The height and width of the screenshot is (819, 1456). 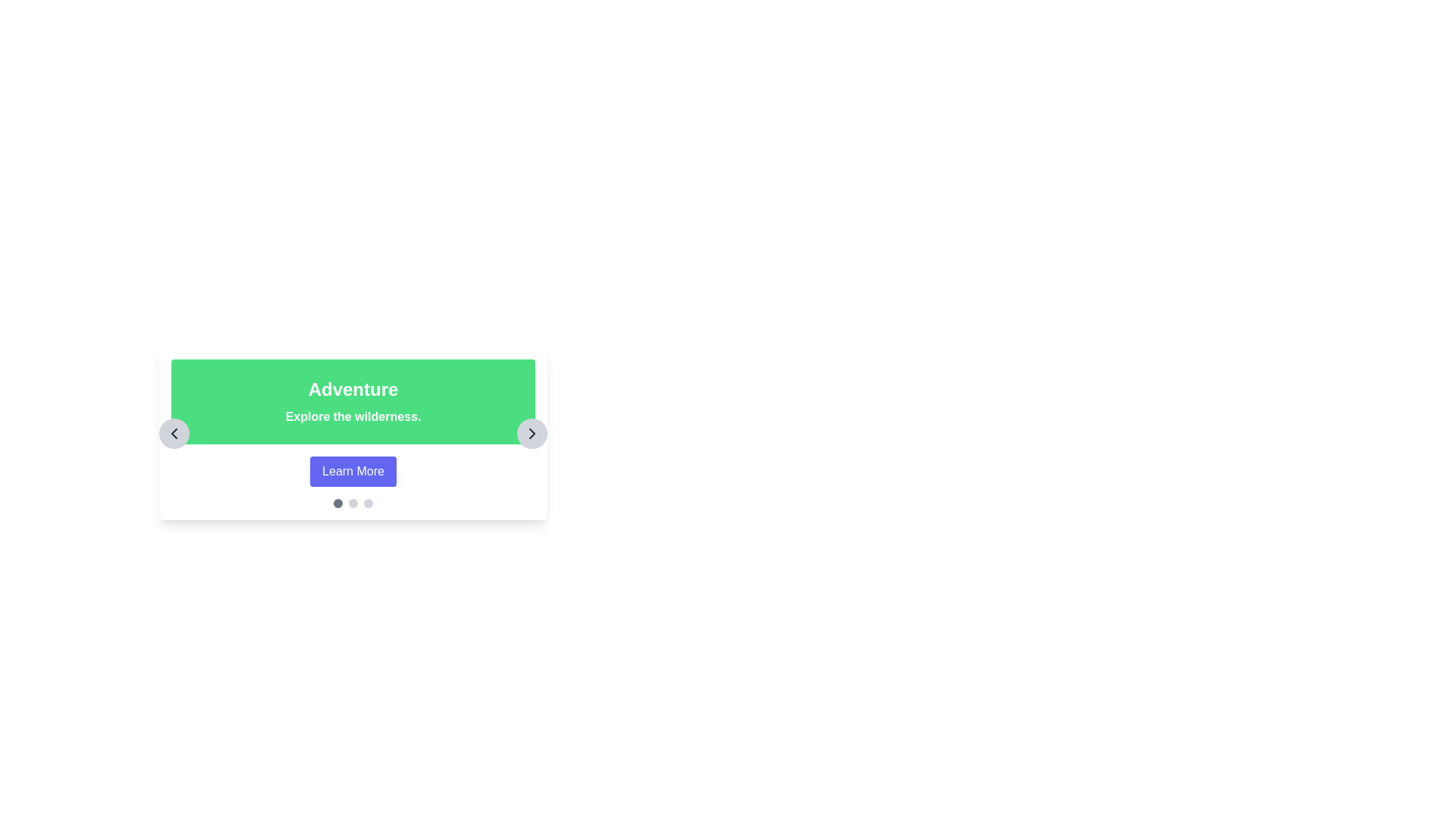 What do you see at coordinates (352, 417) in the screenshot?
I see `the second line of text that states 'Explore the wilderness.' which is presented in white font over a green background` at bounding box center [352, 417].